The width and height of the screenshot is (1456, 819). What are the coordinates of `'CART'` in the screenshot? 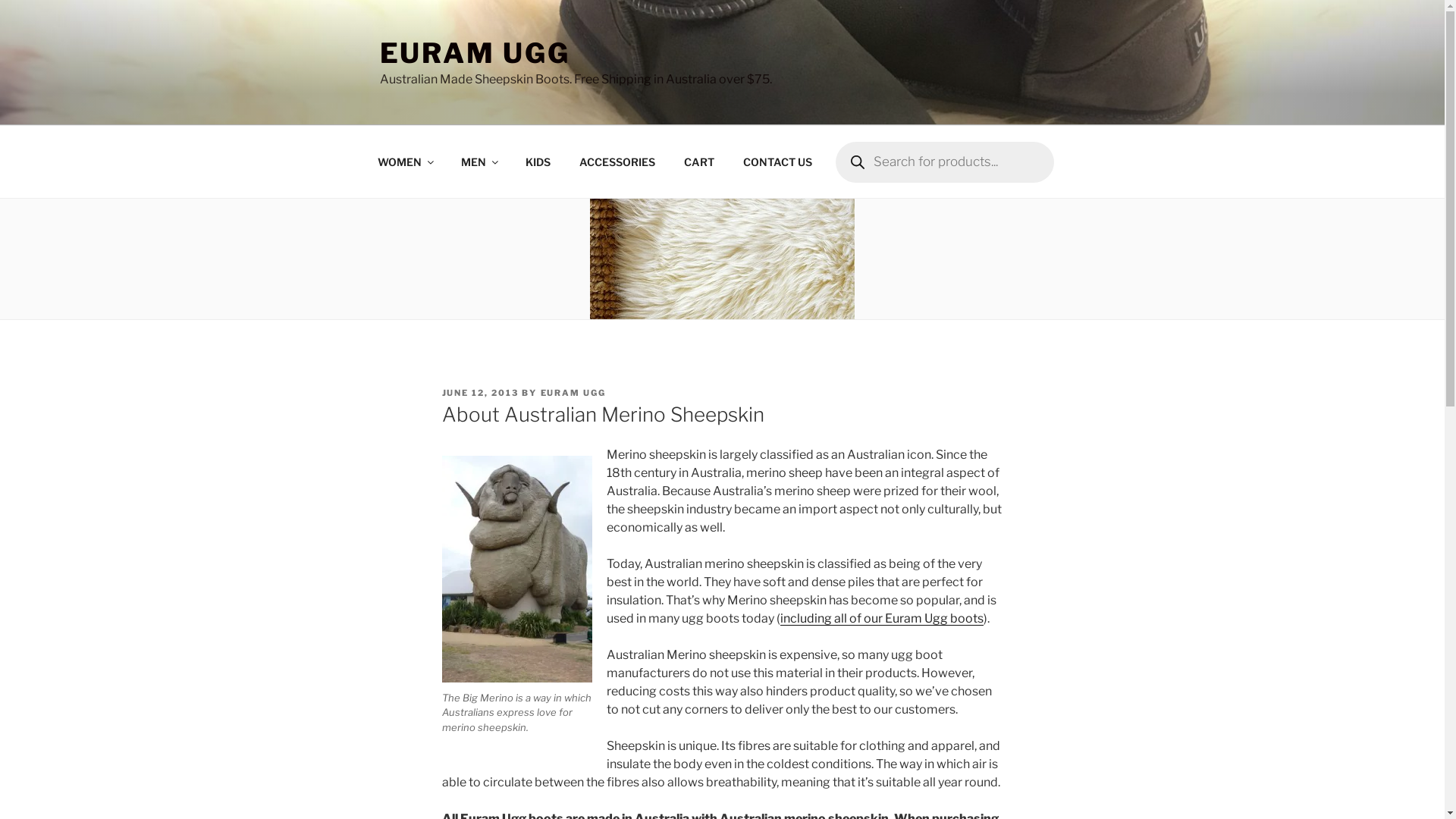 It's located at (669, 161).